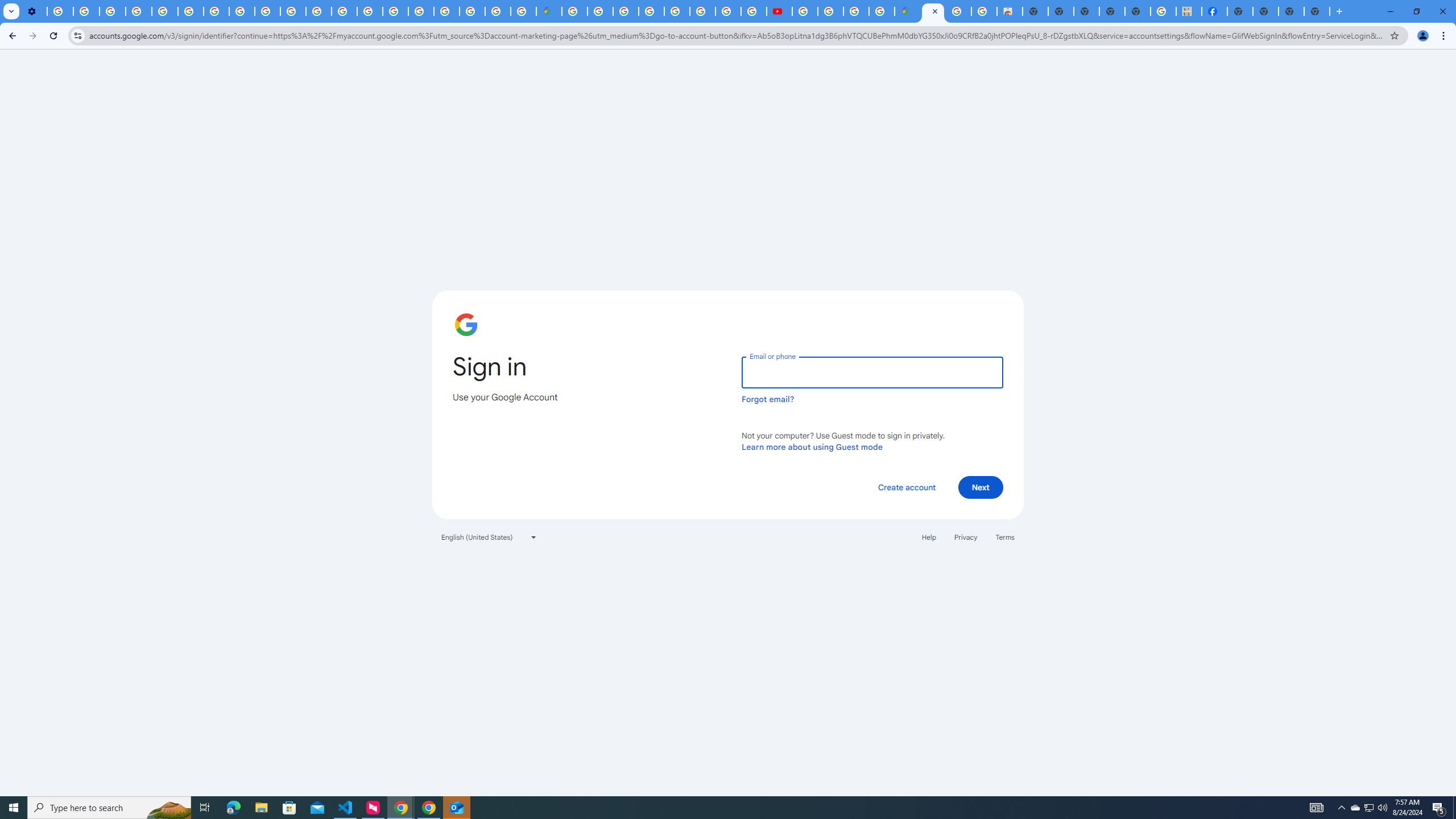  Describe the element at coordinates (1423, 35) in the screenshot. I see `'You'` at that location.